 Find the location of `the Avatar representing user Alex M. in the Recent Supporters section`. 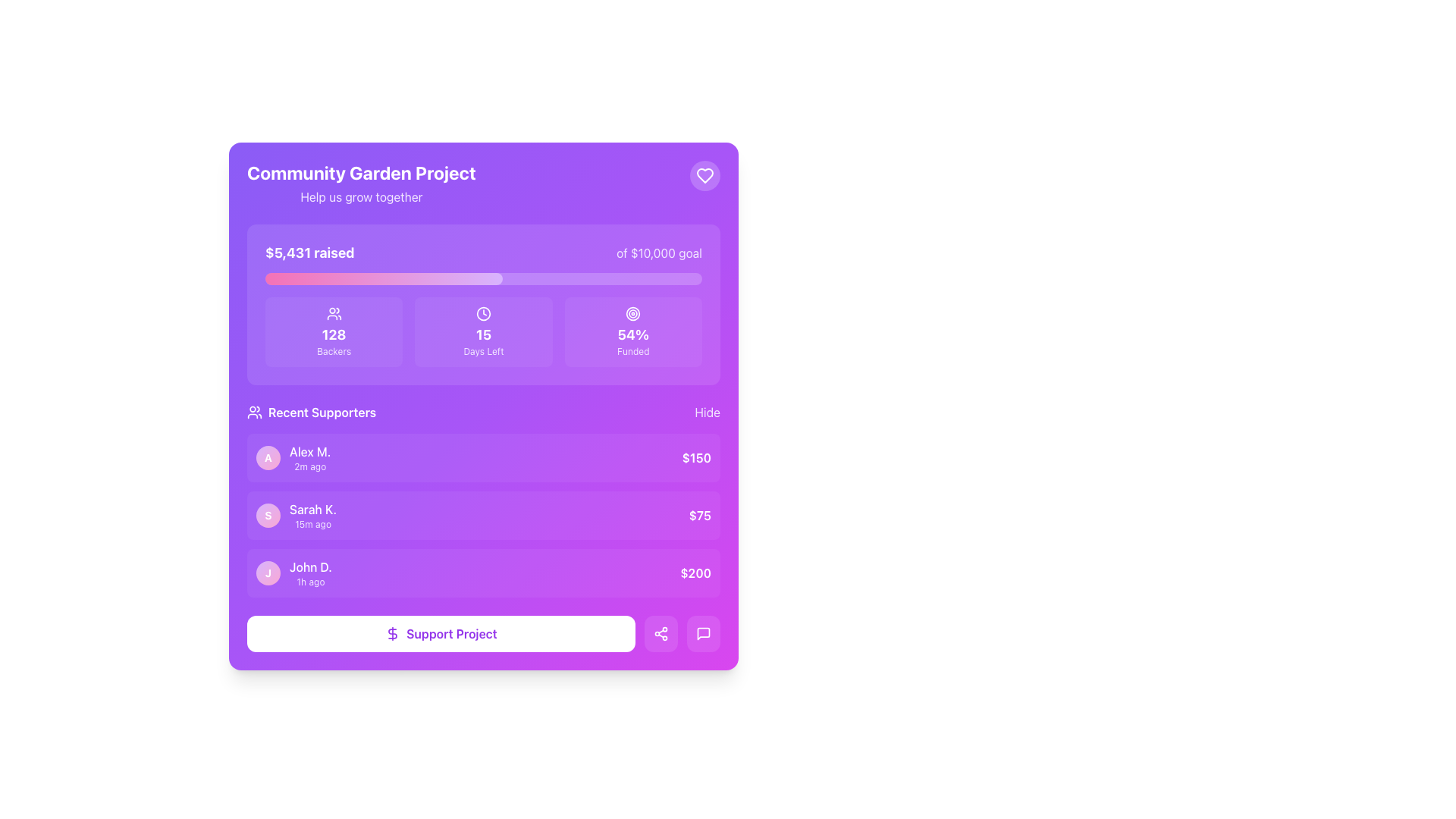

the Avatar representing user Alex M. in the Recent Supporters section is located at coordinates (268, 457).